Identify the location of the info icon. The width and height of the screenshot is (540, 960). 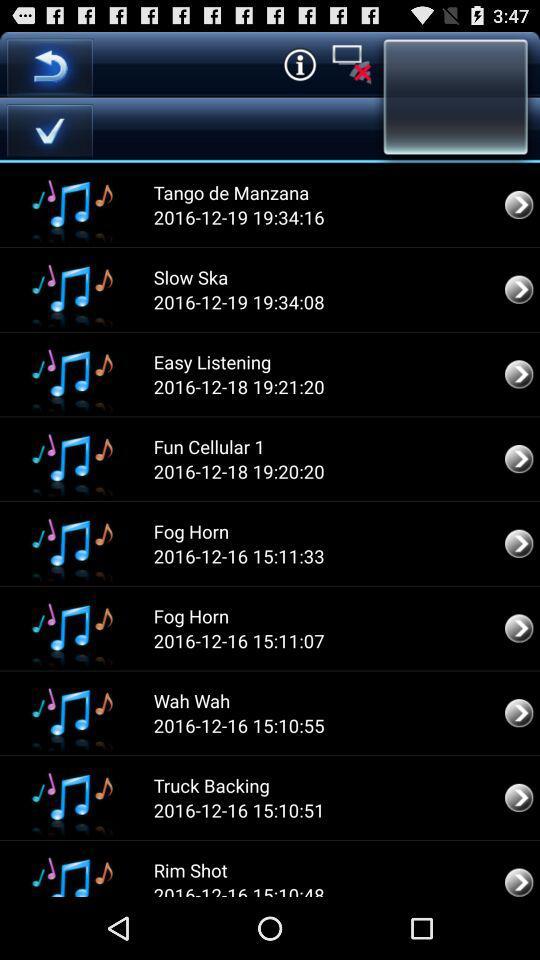
(298, 68).